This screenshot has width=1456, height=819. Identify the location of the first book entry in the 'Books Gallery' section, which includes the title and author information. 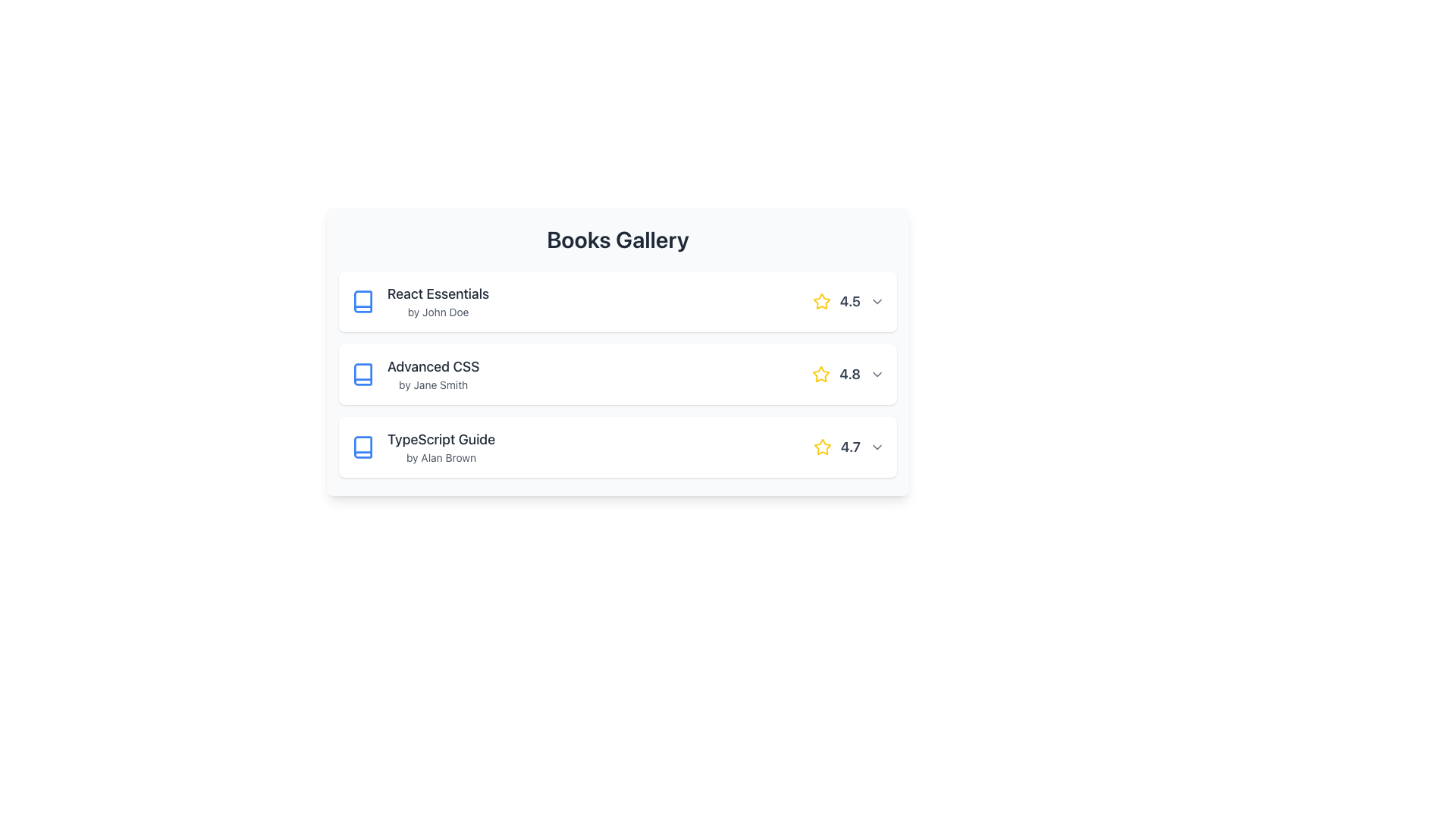
(420, 301).